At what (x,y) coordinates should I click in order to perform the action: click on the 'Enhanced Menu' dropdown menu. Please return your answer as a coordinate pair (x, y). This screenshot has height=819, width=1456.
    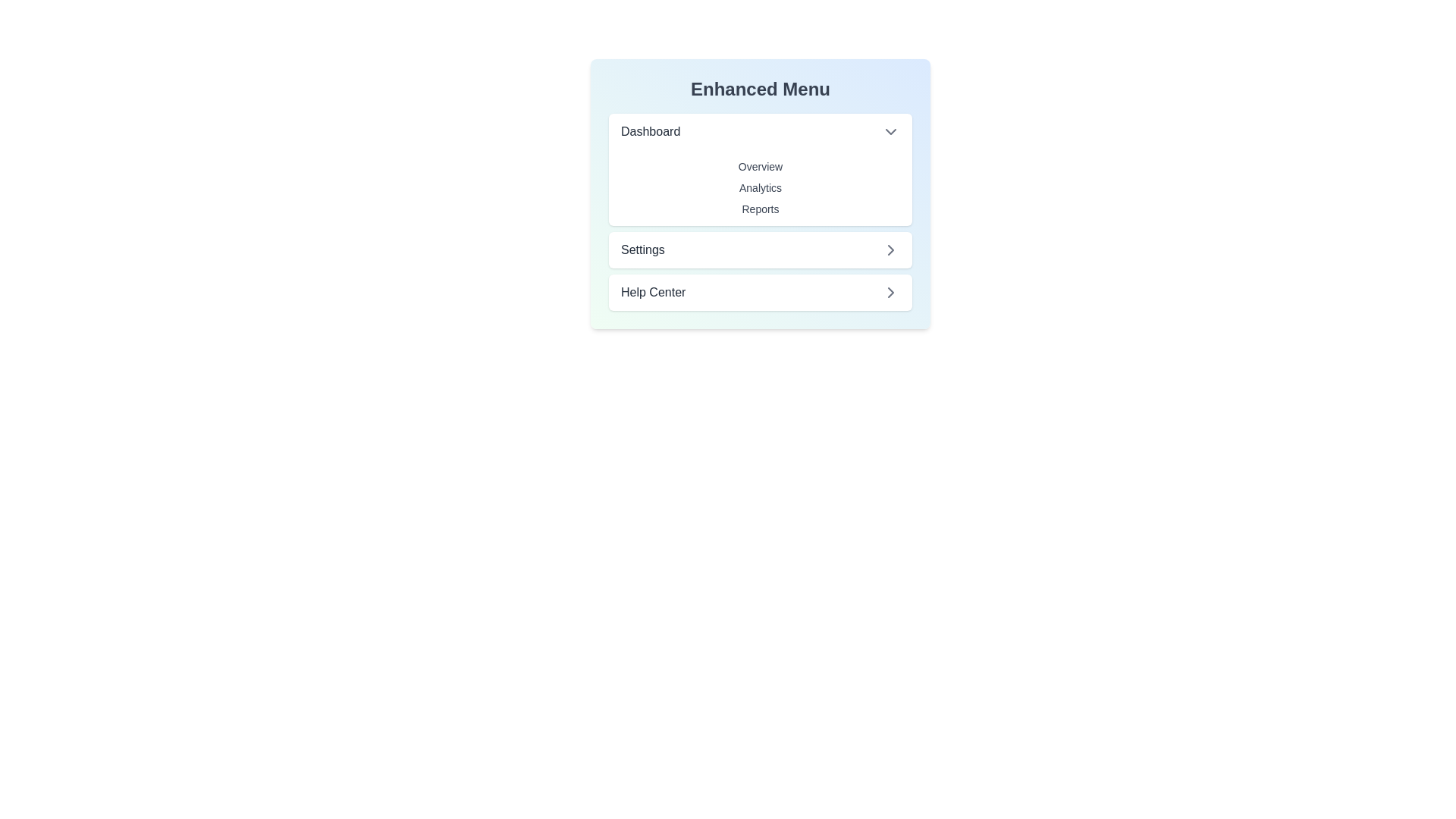
    Looking at the image, I should click on (761, 193).